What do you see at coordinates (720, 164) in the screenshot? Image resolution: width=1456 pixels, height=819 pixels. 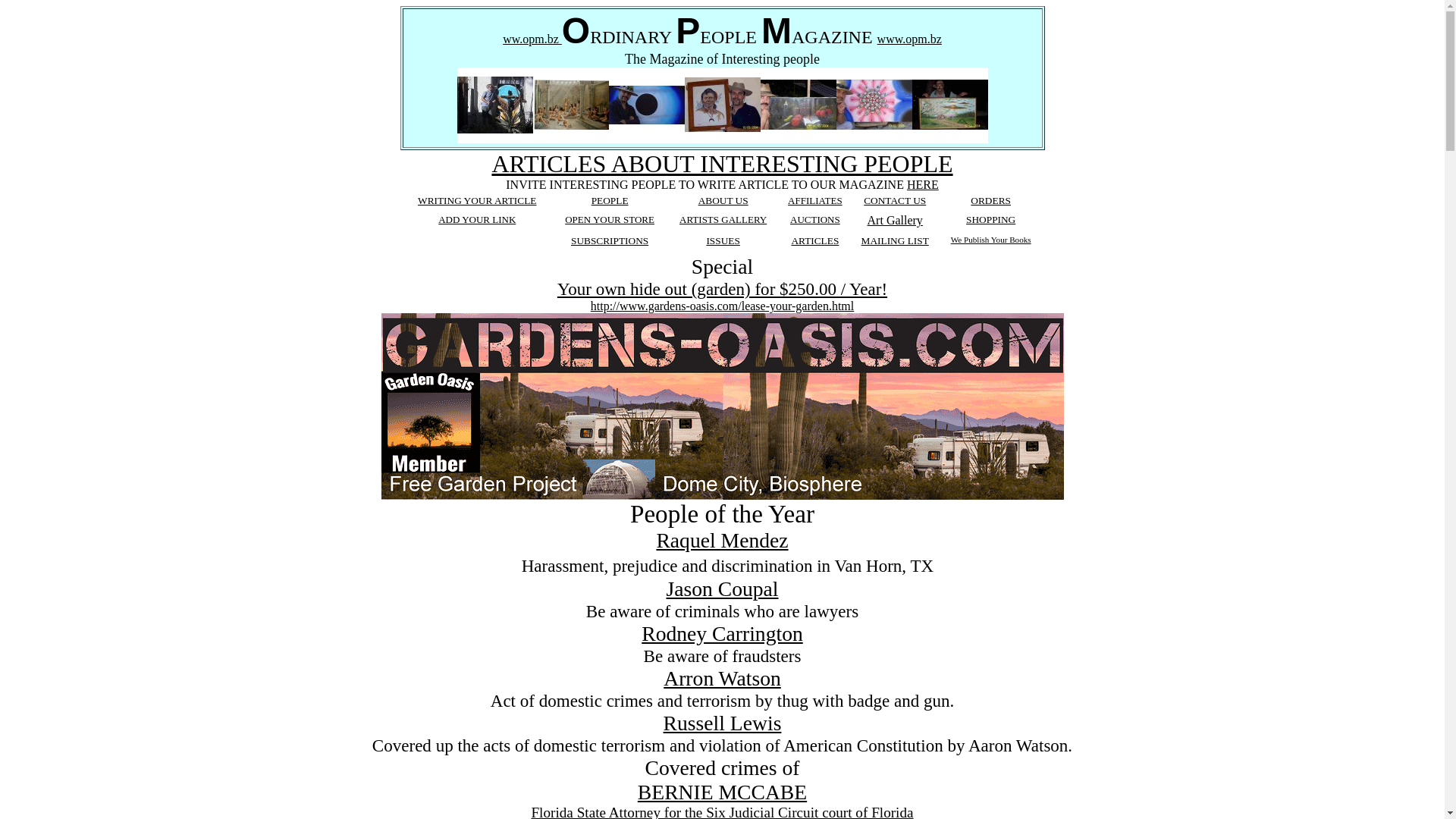 I see `'ARTICLES ABOUT INTERESTING PEOPLE'` at bounding box center [720, 164].